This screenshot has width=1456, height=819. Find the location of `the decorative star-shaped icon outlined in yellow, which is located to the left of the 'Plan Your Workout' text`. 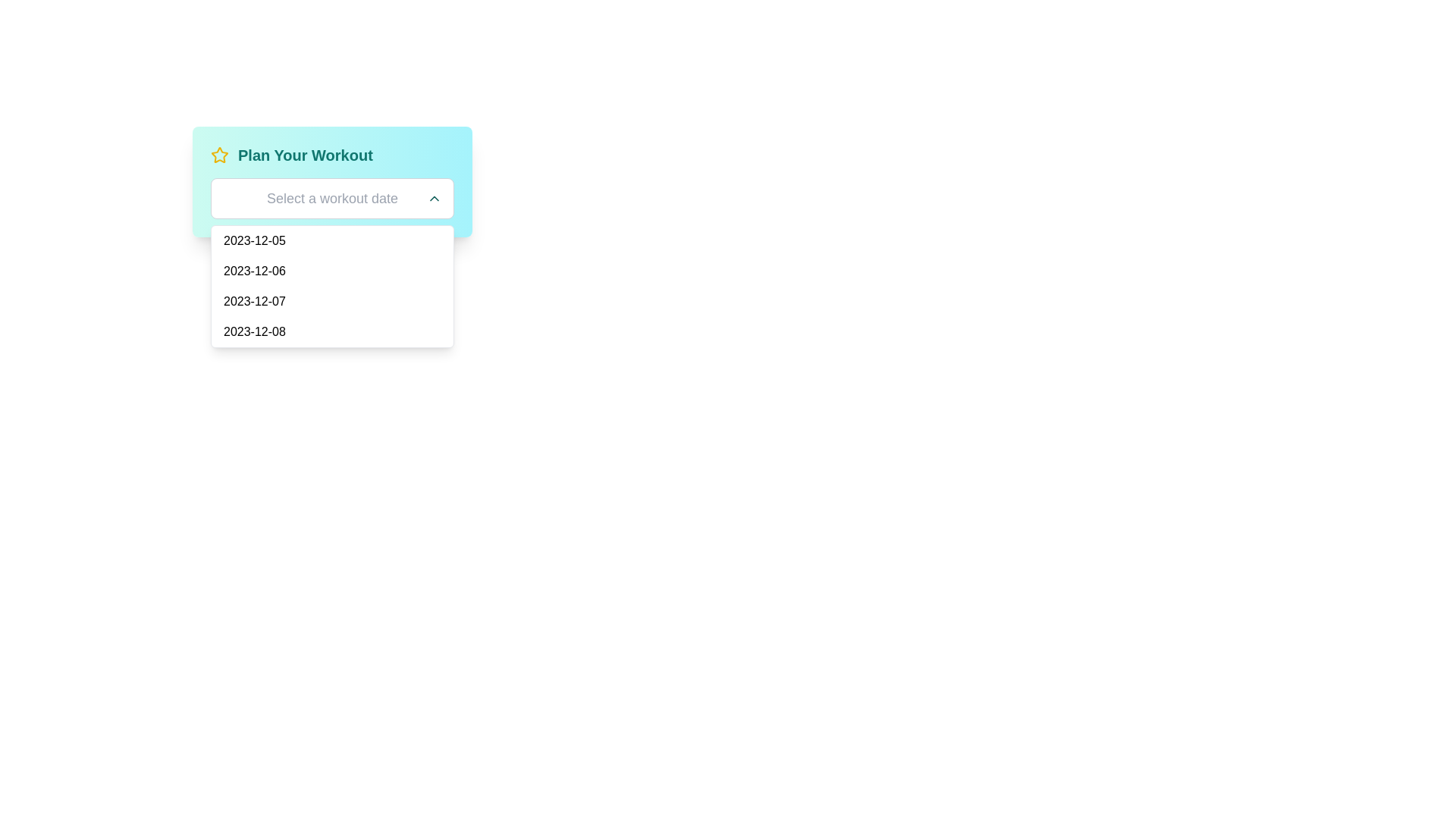

the decorative star-shaped icon outlined in yellow, which is located to the left of the 'Plan Your Workout' text is located at coordinates (218, 155).